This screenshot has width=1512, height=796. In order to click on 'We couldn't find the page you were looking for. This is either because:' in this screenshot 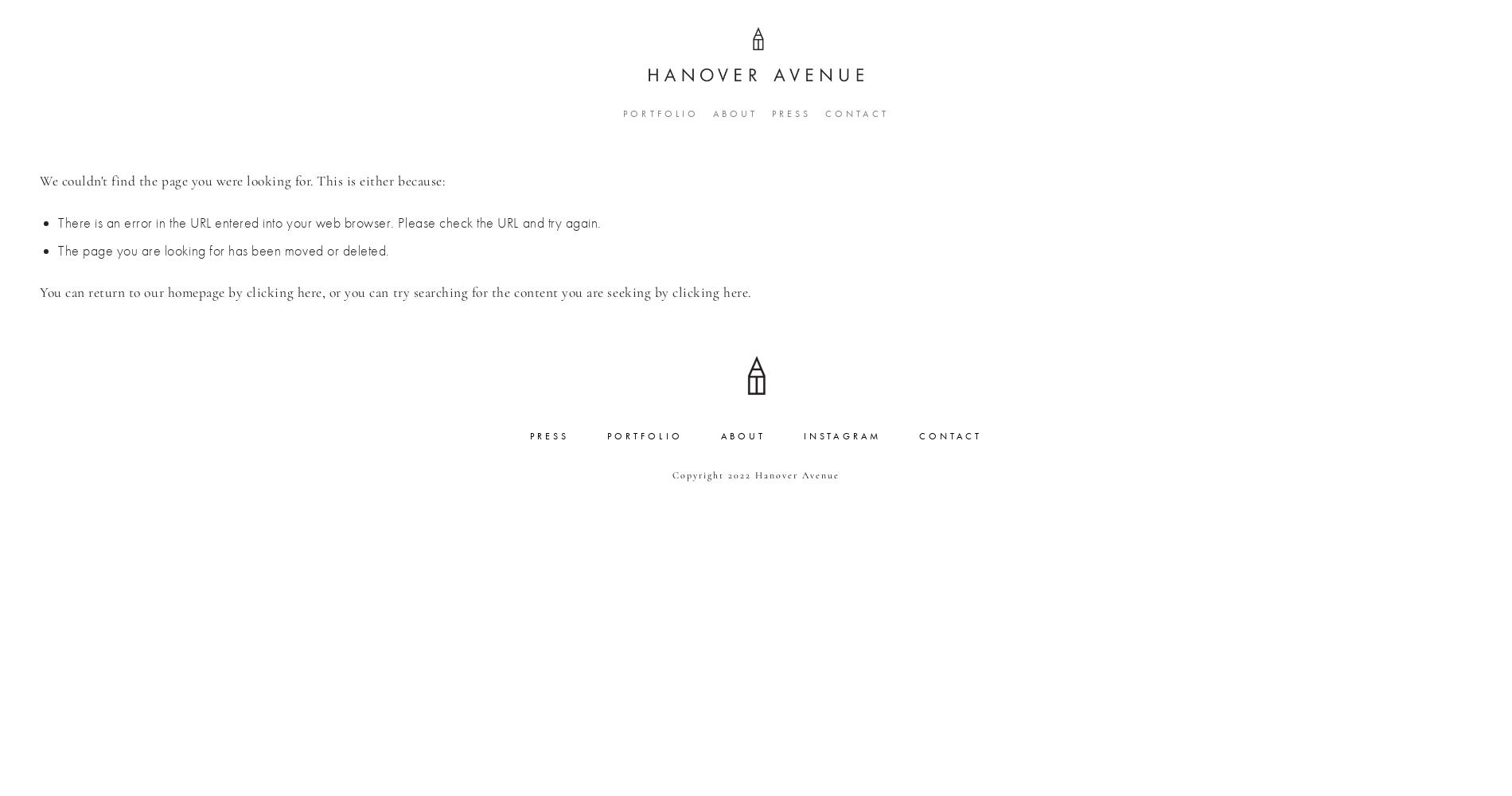, I will do `click(241, 180)`.